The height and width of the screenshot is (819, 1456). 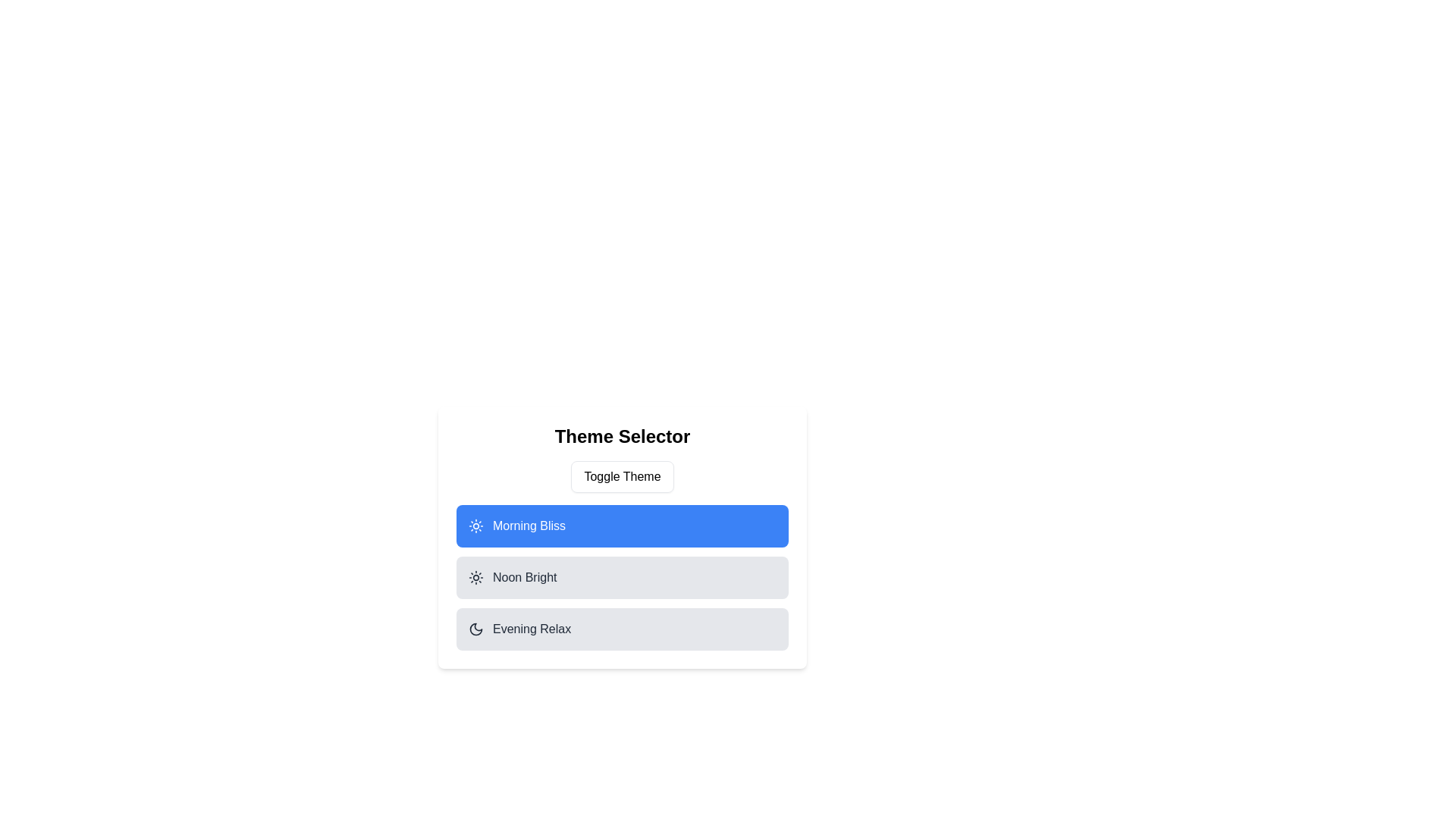 What do you see at coordinates (622, 526) in the screenshot?
I see `the item Morning Bliss from the list` at bounding box center [622, 526].